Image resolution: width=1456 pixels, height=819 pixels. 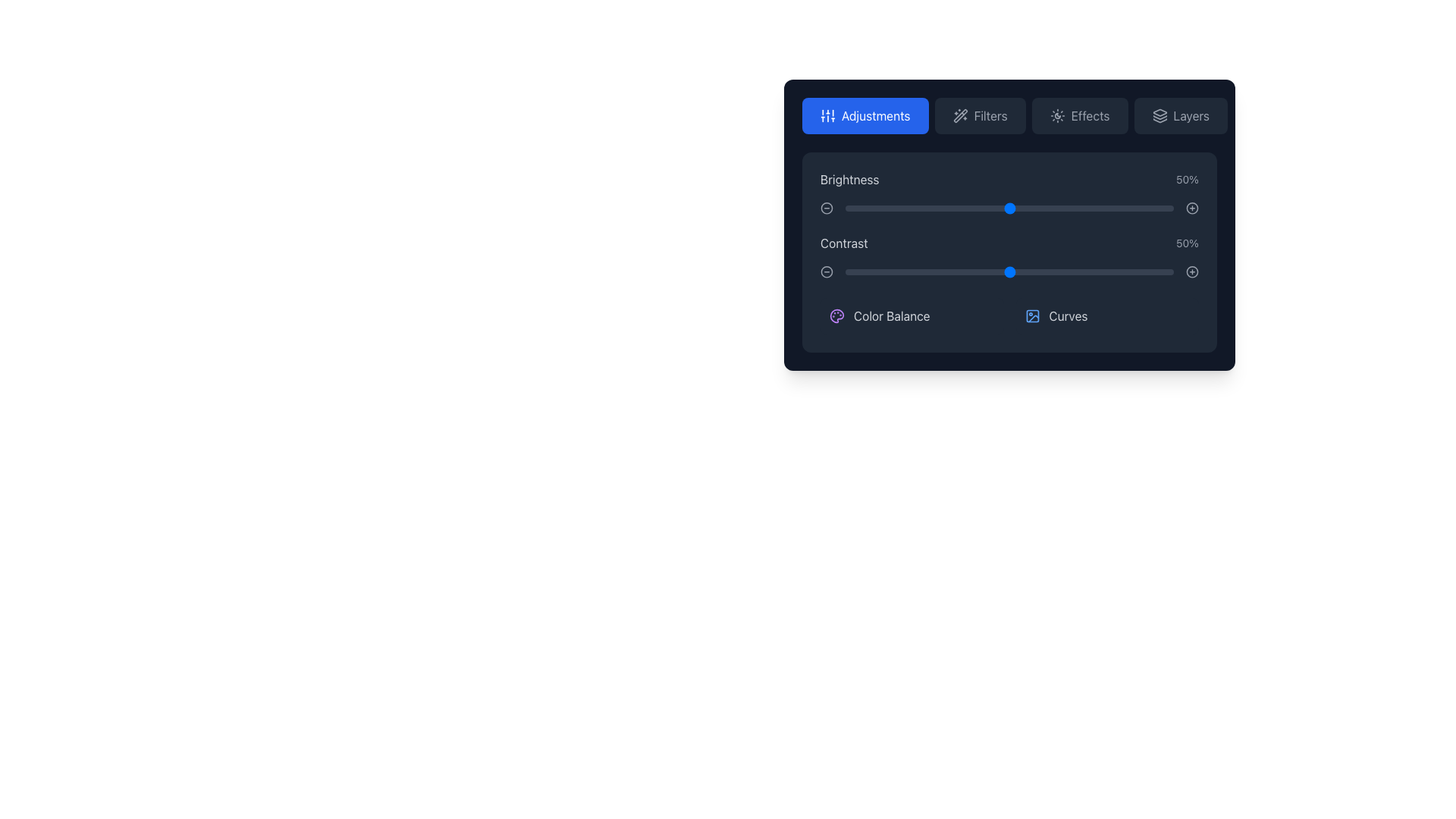 What do you see at coordinates (946, 208) in the screenshot?
I see `brightness` at bounding box center [946, 208].